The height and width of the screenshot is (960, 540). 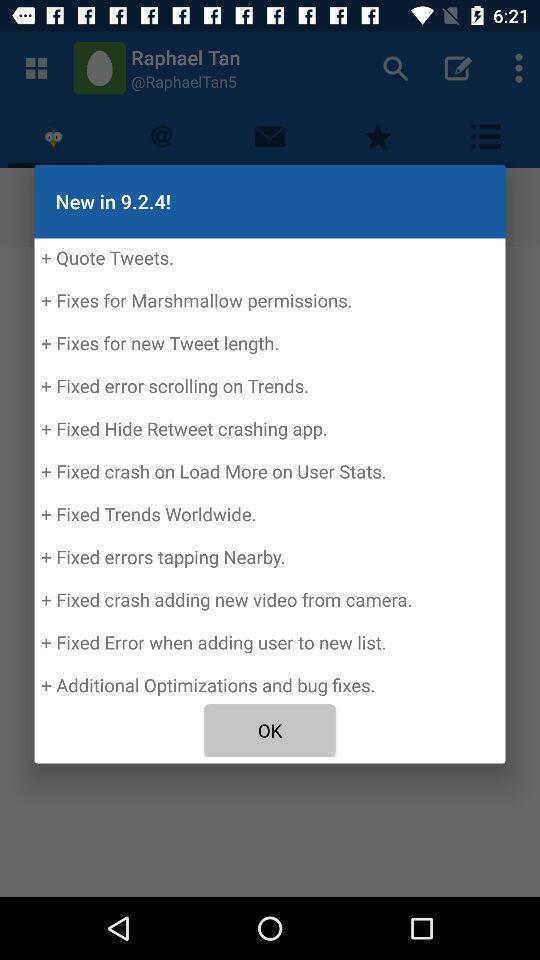 What do you see at coordinates (270, 729) in the screenshot?
I see `the icon below the quote tweets fixes icon` at bounding box center [270, 729].